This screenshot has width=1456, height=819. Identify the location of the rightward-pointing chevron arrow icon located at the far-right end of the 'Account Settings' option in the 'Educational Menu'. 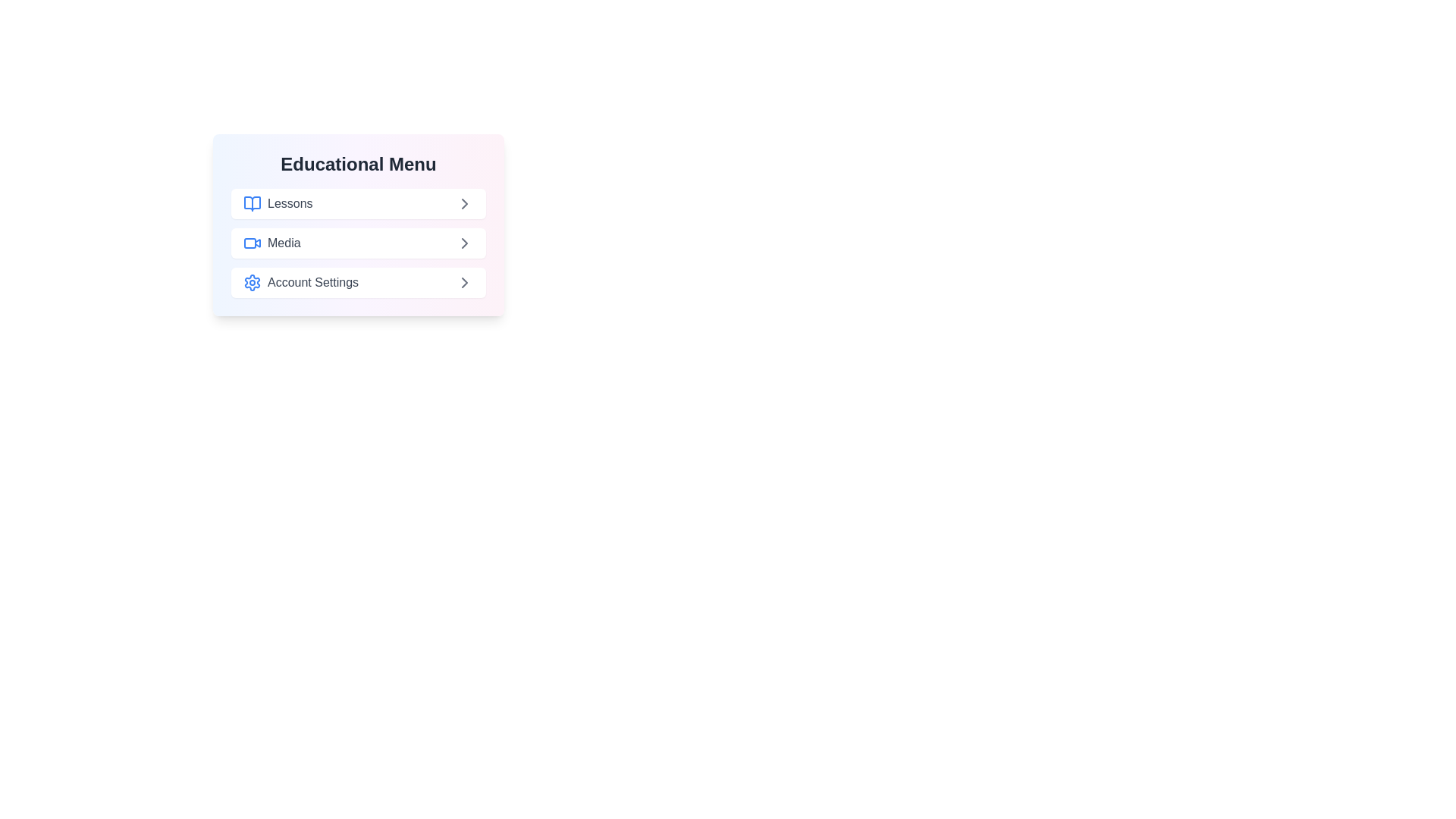
(464, 283).